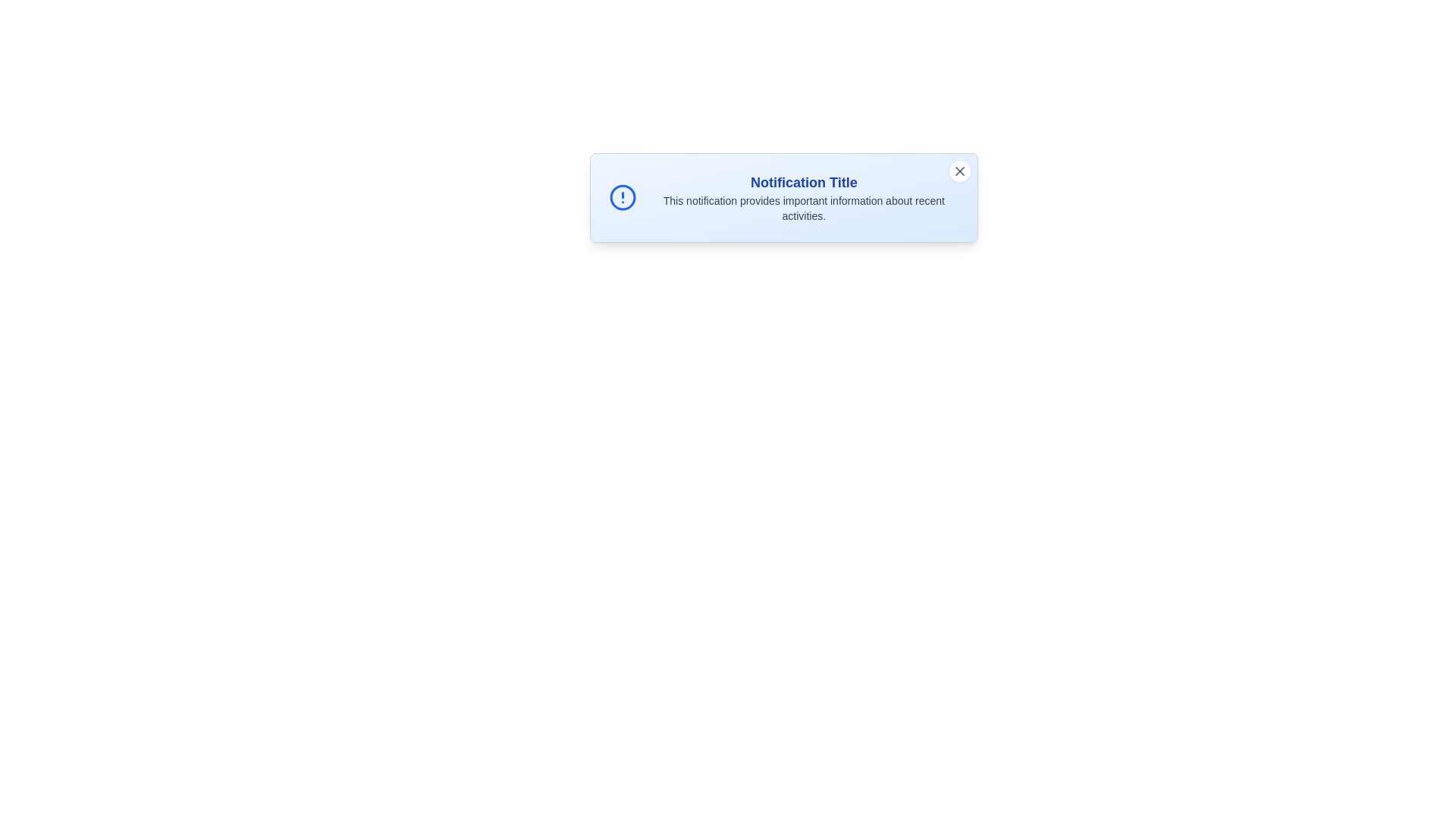 Image resolution: width=1456 pixels, height=819 pixels. Describe the element at coordinates (623, 197) in the screenshot. I see `the circular alert icon with a blue stroke and vertical exclamation mark, located adjacent to the title 'Notification Title' in the notification card` at that location.